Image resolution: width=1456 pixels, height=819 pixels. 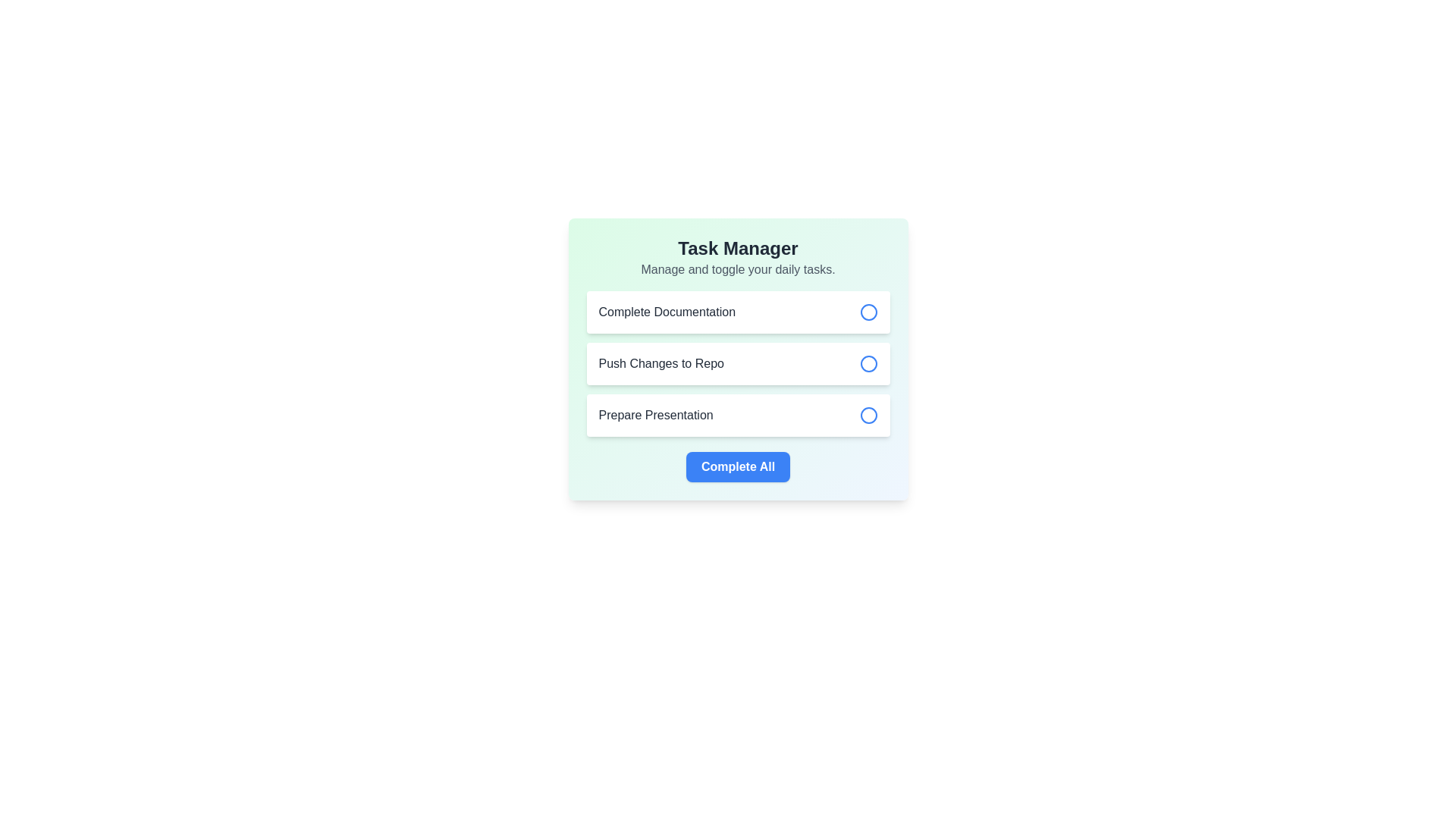 I want to click on the 'Complete All' button, which is a bright blue rectangular button with white bold text located at the bottom center of the 'Task Manager' panel, so click(x=738, y=466).